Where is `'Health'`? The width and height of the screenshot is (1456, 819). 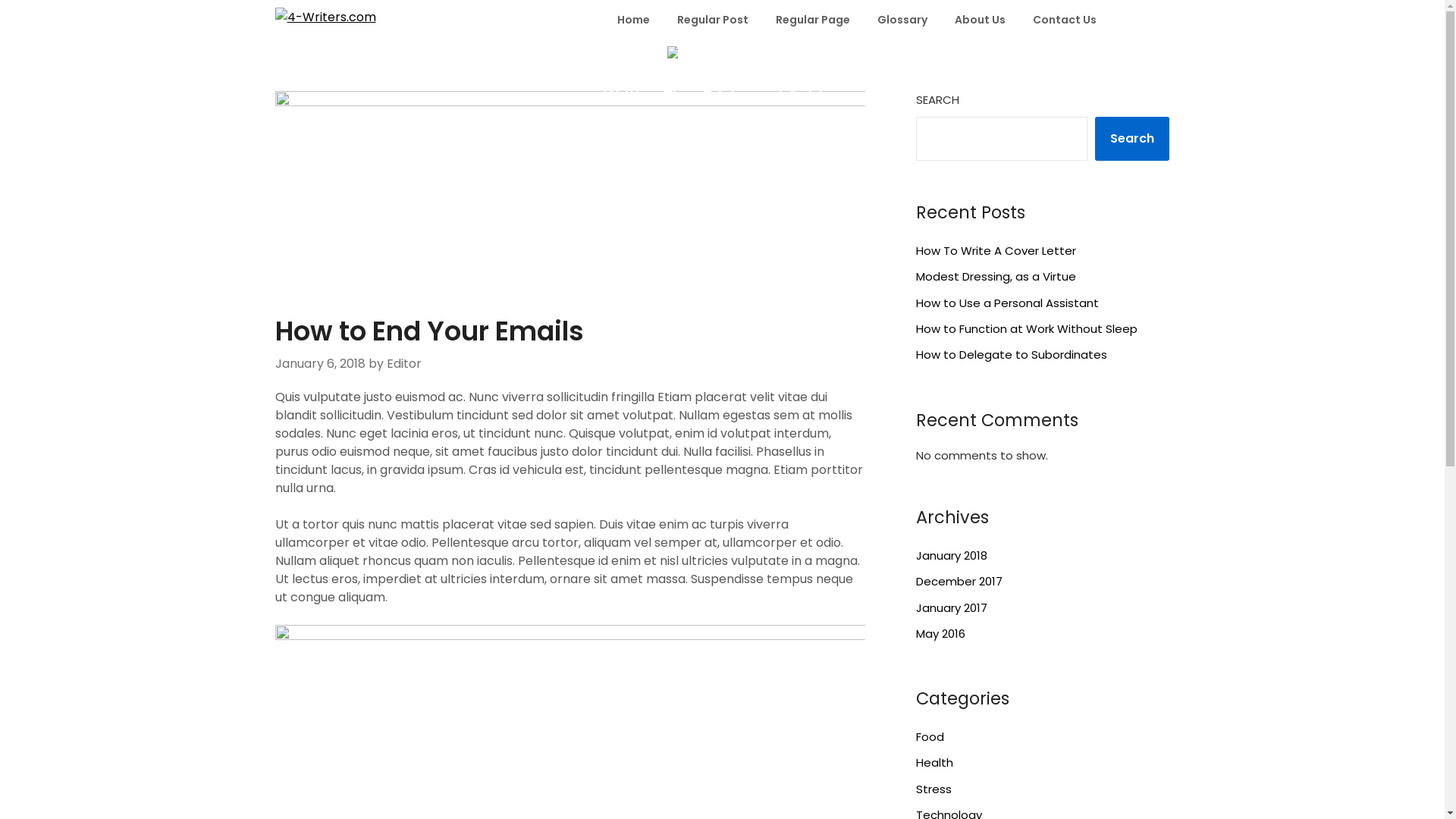 'Health' is located at coordinates (934, 762).